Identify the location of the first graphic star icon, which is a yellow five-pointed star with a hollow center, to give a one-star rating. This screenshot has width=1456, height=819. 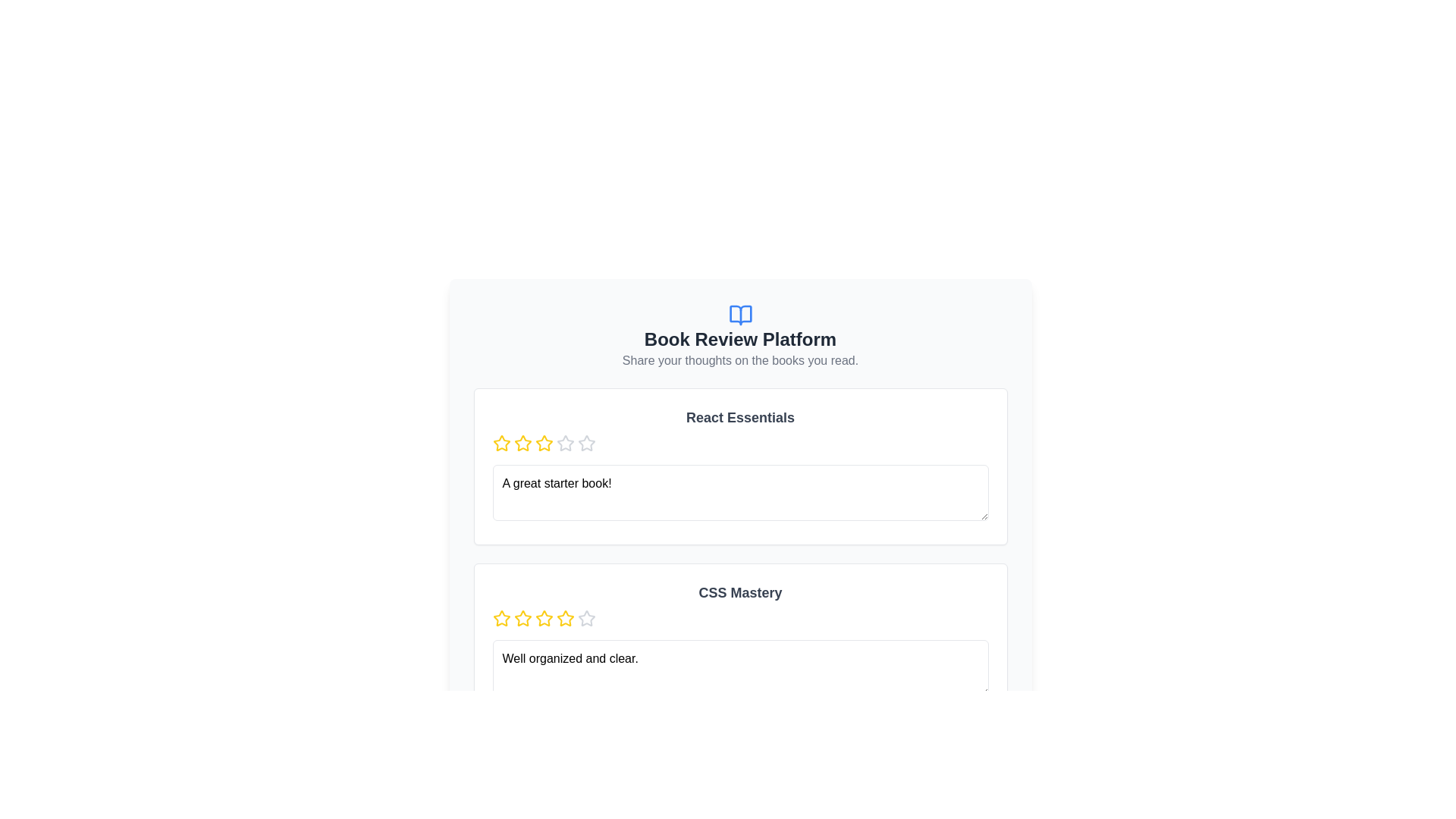
(501, 443).